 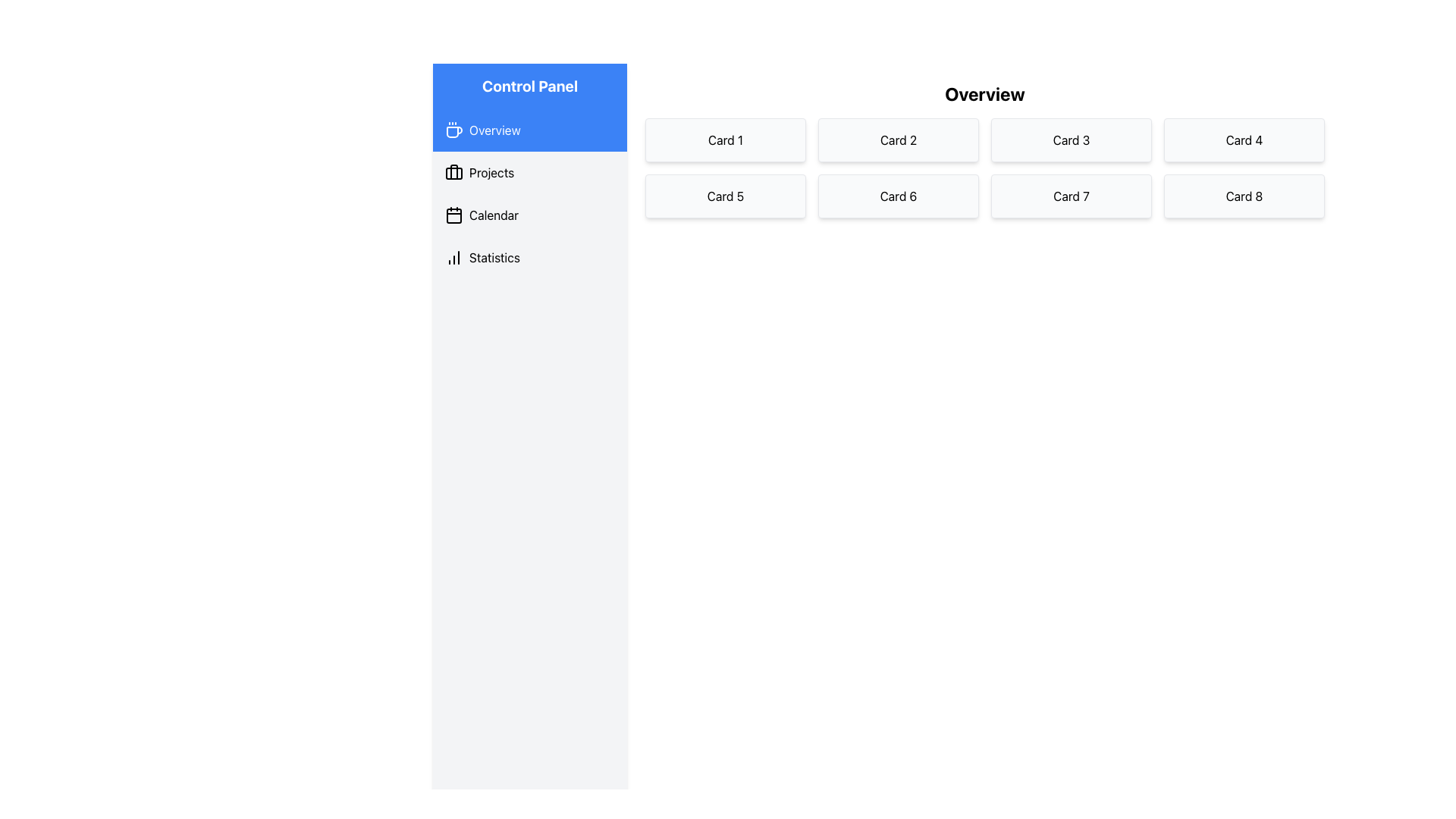 I want to click on the button-like navigation item located in the vertical navigation bar on the left side, positioned below the 'Projects' menu item and above the 'Statistics' menu item, so click(x=530, y=215).